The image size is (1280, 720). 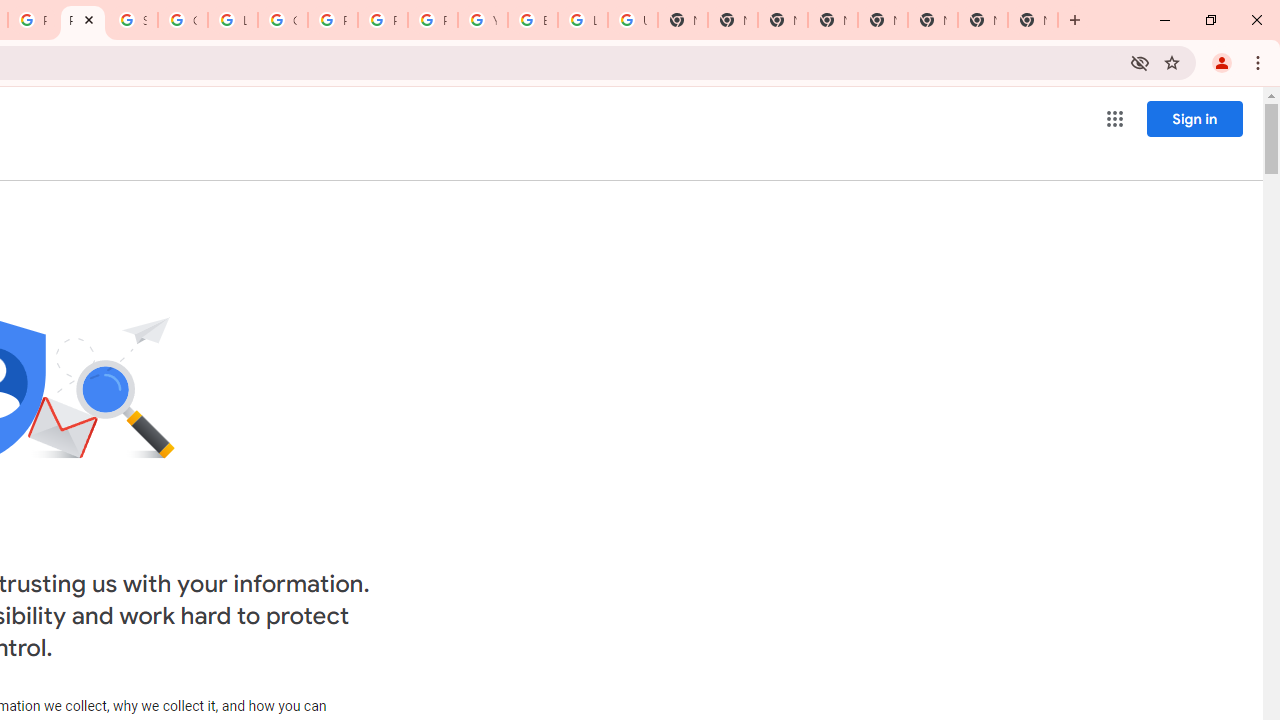 I want to click on 'Privacy Help Center - Policies Help', so click(x=383, y=20).